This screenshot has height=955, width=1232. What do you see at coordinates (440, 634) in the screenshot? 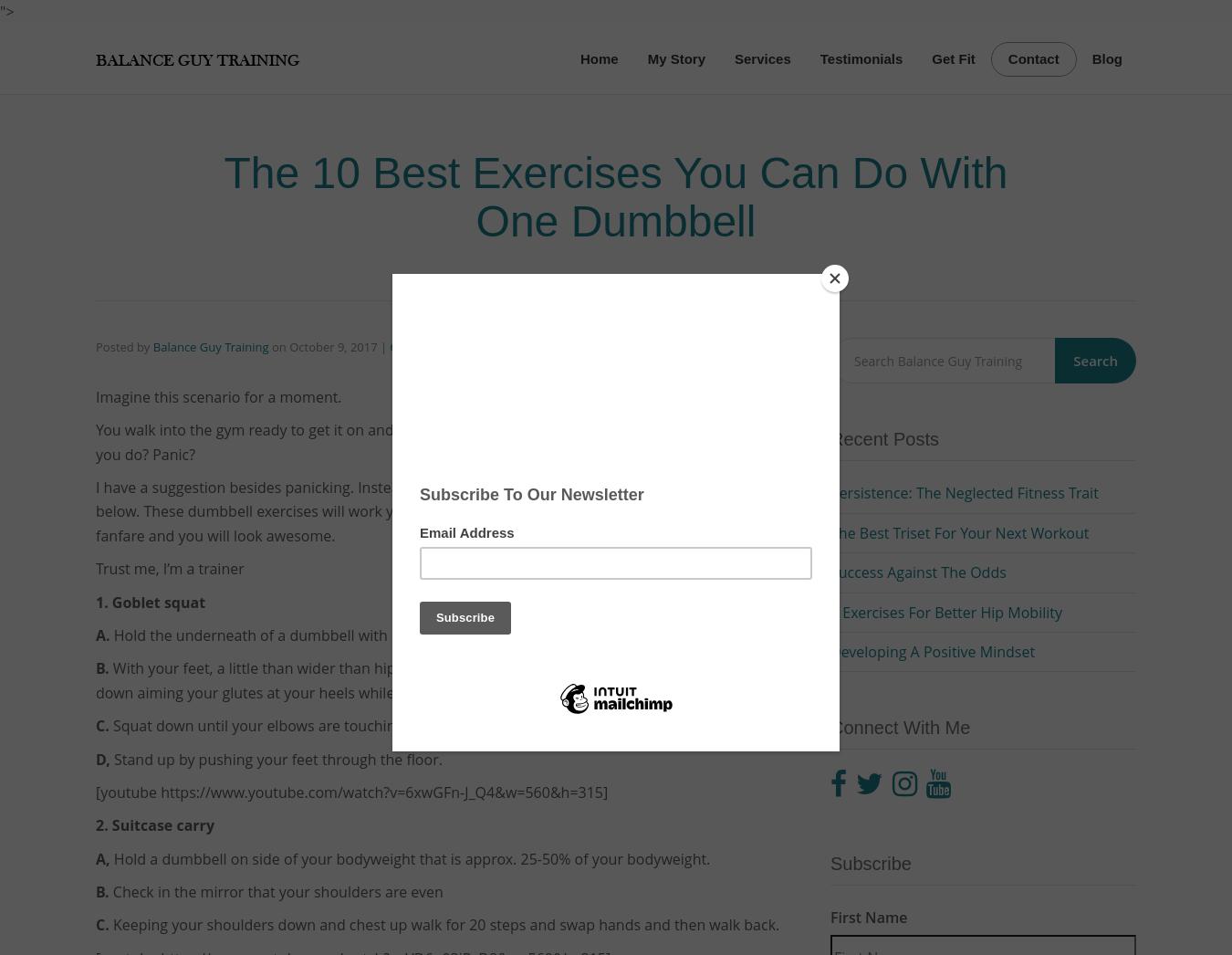
I see `'Hold the underneath of a dumbbell with each hand and holding the dumbbell close to your chest'` at bounding box center [440, 634].